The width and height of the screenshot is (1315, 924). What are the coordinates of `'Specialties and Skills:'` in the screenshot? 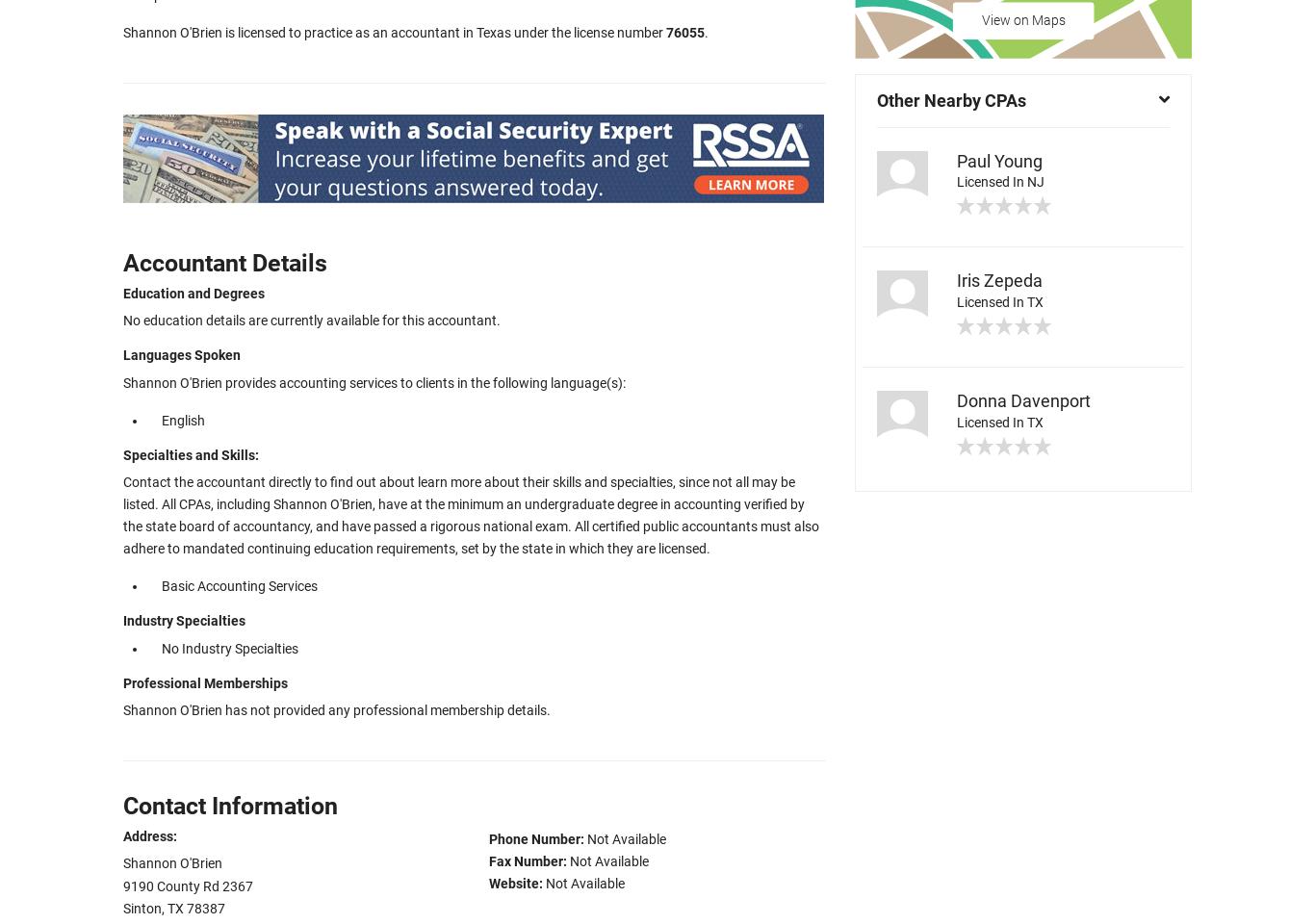 It's located at (190, 454).